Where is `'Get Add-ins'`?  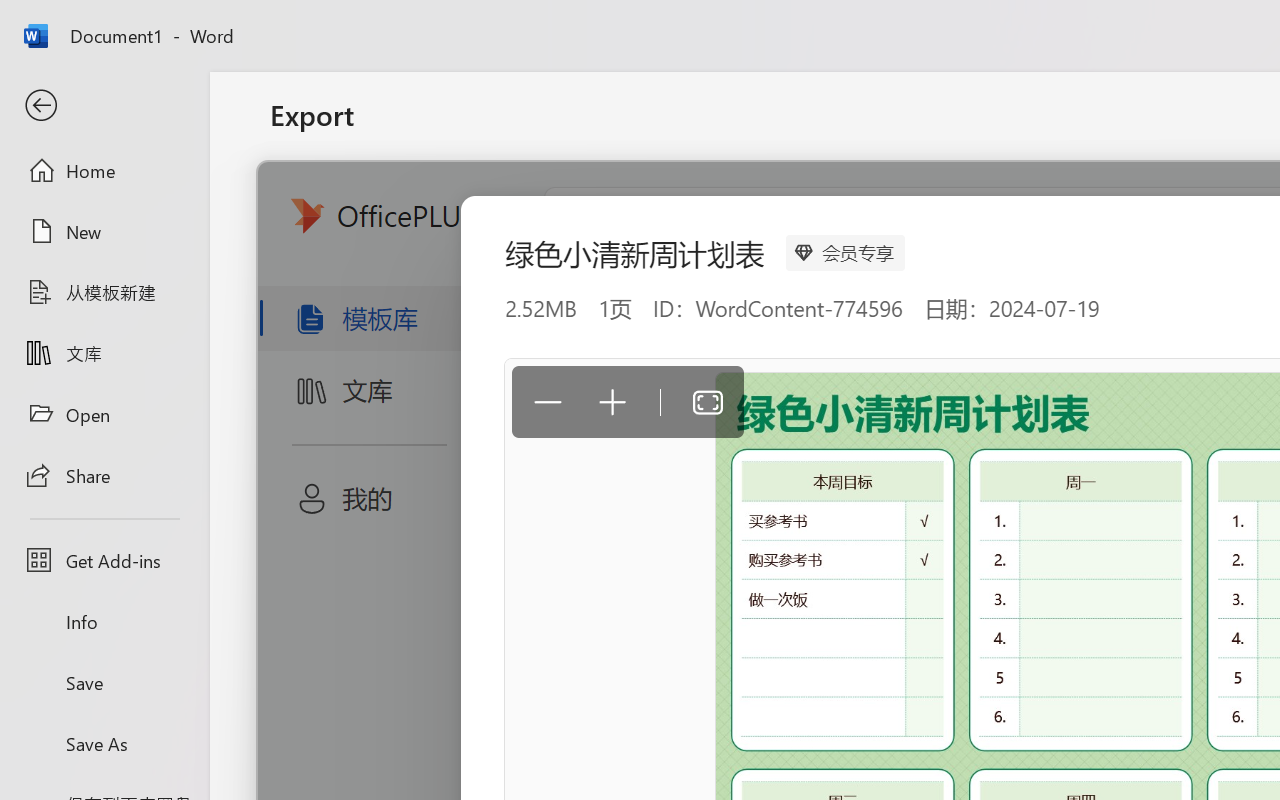 'Get Add-ins' is located at coordinates (103, 560).